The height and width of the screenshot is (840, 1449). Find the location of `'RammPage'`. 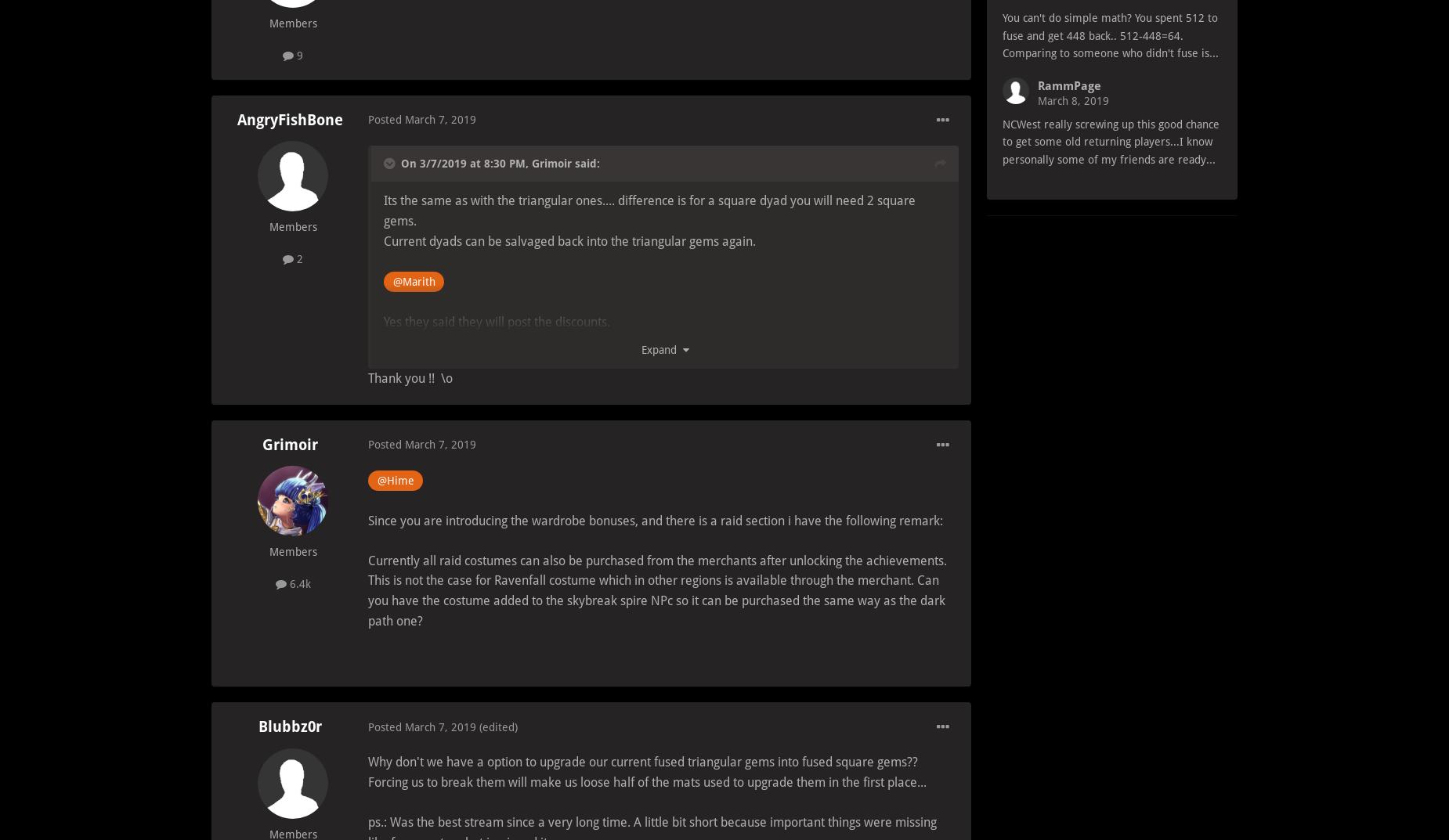

'RammPage' is located at coordinates (1068, 85).